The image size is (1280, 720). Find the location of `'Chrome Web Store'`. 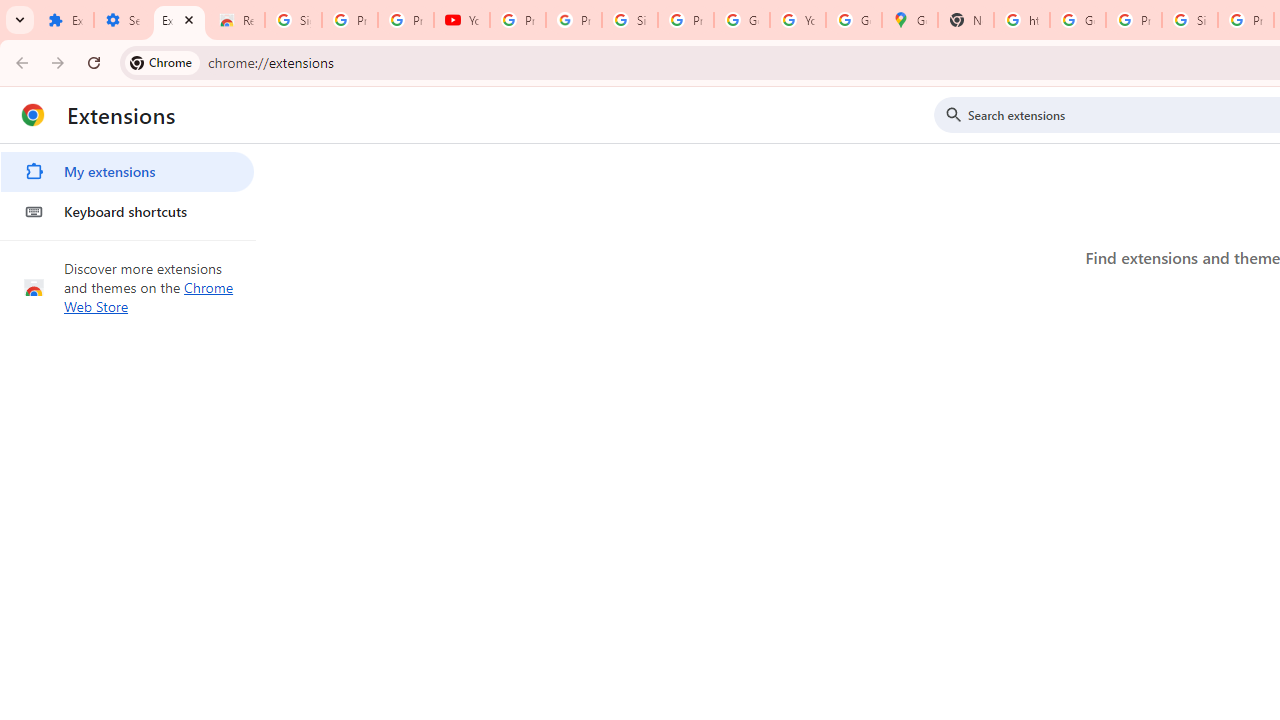

'Chrome Web Store' is located at coordinates (148, 297).